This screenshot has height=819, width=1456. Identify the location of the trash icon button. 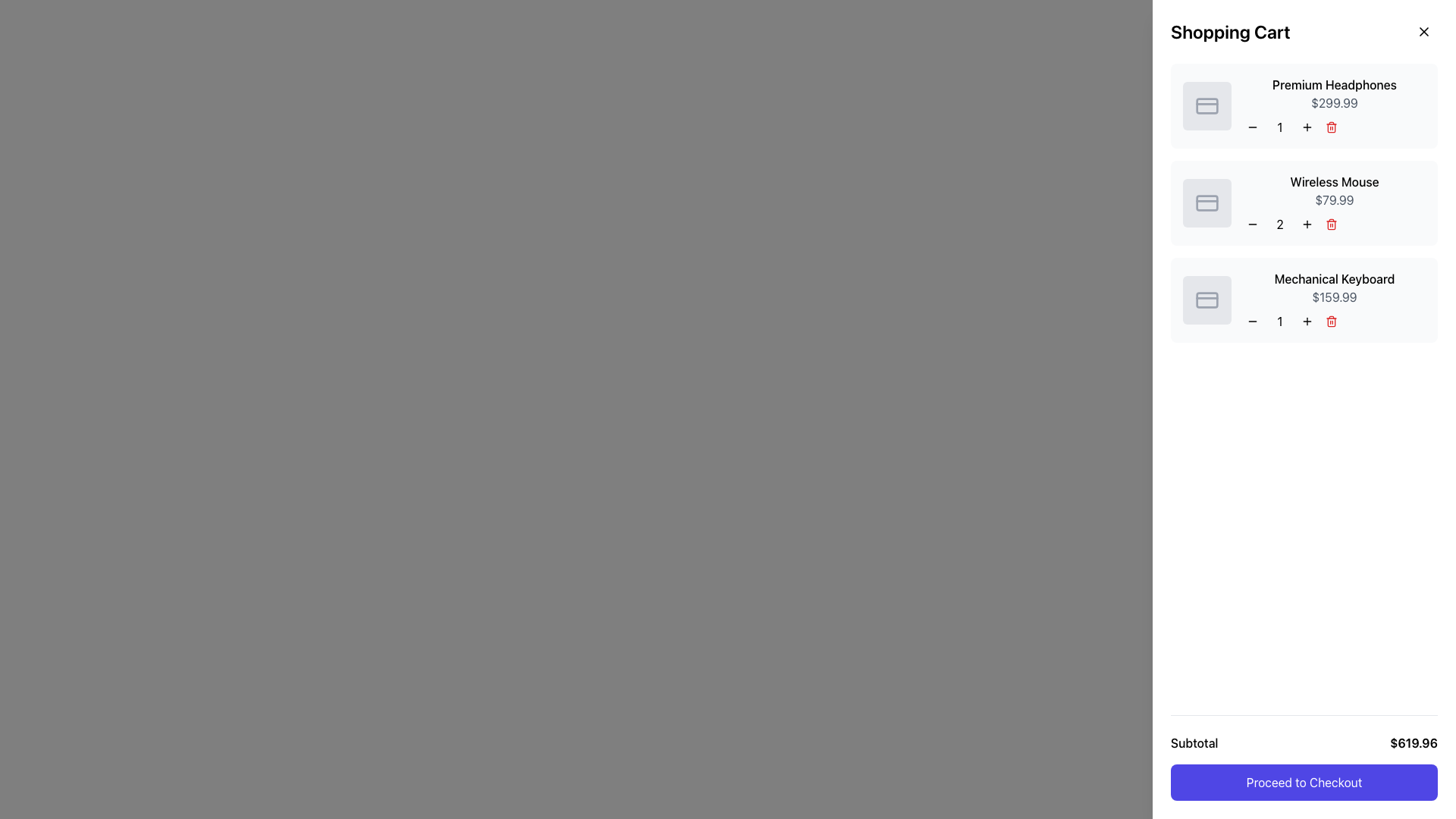
(1335, 321).